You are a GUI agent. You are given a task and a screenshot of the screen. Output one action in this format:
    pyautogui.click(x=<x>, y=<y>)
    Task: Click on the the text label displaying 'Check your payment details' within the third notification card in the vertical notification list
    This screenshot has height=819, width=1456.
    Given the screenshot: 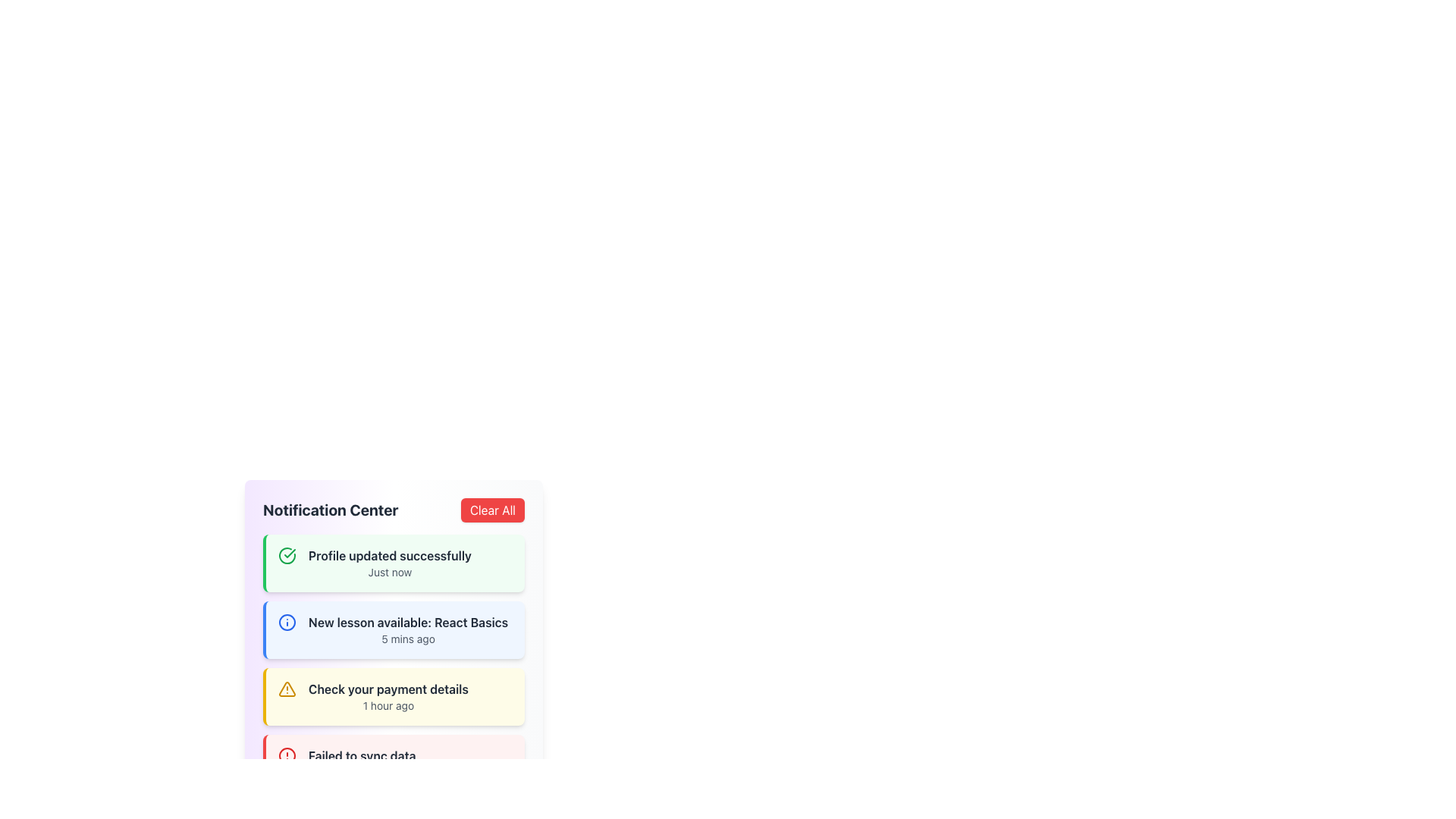 What is the action you would take?
    pyautogui.click(x=388, y=689)
    